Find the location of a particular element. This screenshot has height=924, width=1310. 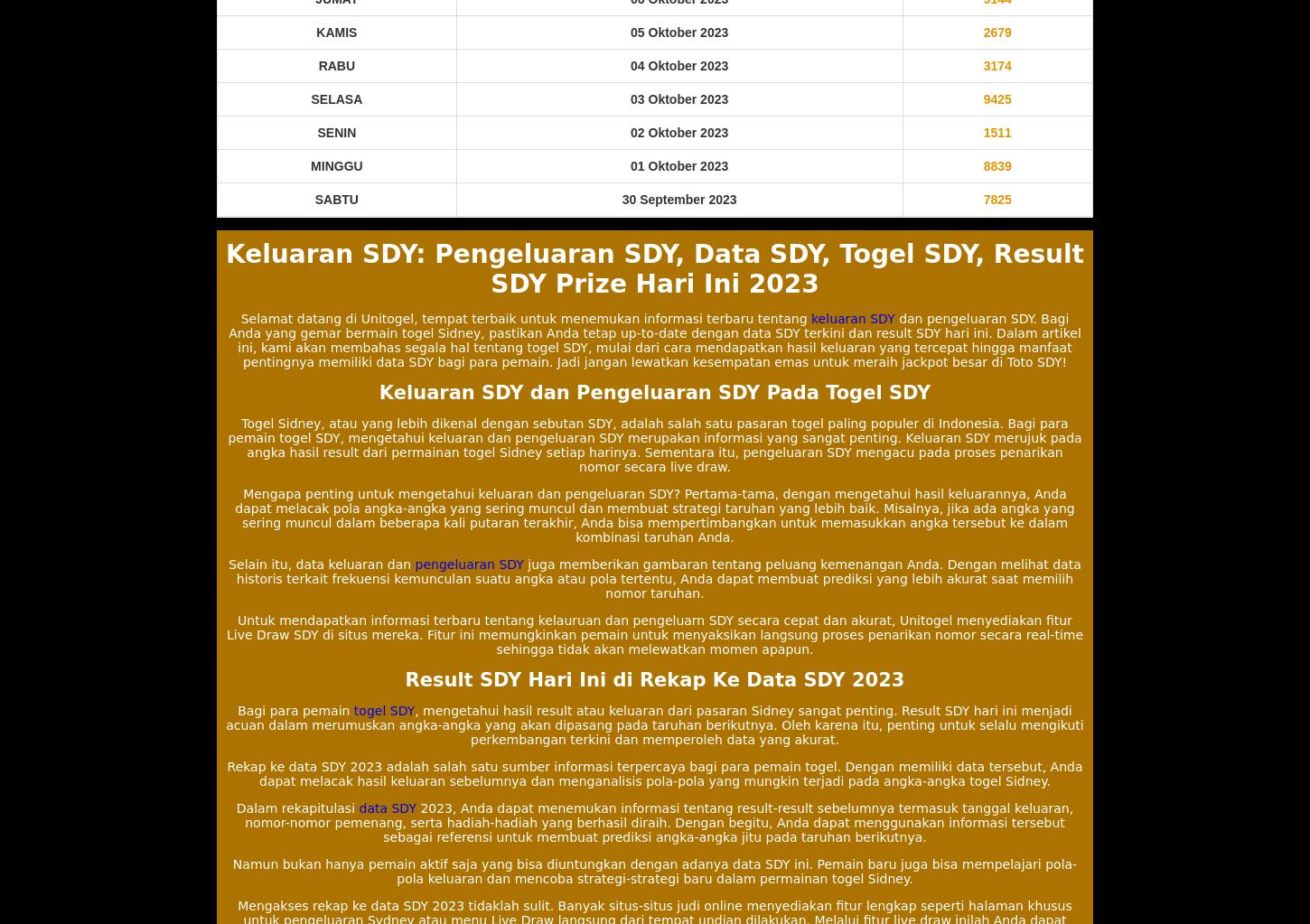

'Keluaran SDY: Pengeluaran SDY, Data SDY, Togel SDY, Result SDY Prize Hari Ini 2023' is located at coordinates (653, 266).